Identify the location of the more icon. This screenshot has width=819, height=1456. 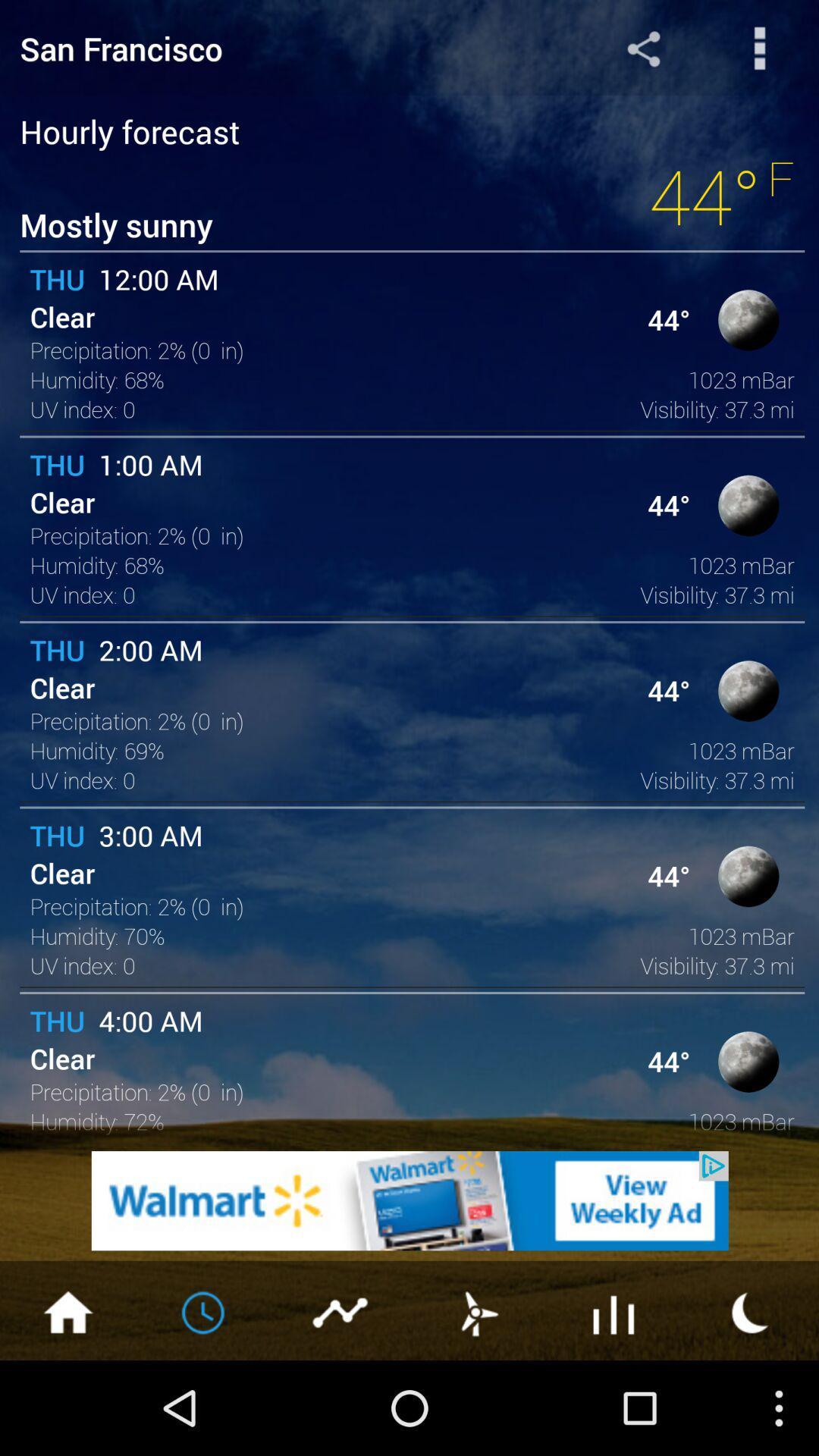
(760, 52).